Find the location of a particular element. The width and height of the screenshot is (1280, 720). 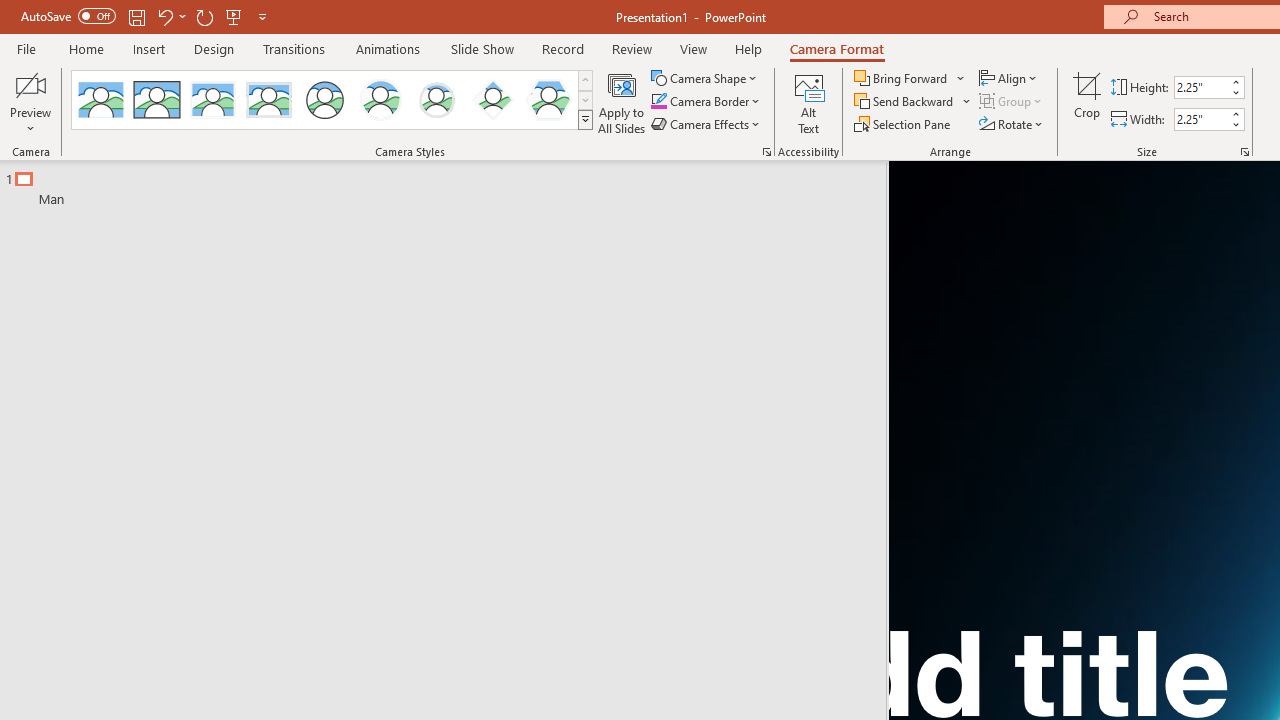

'Apply to All Slides' is located at coordinates (621, 103).